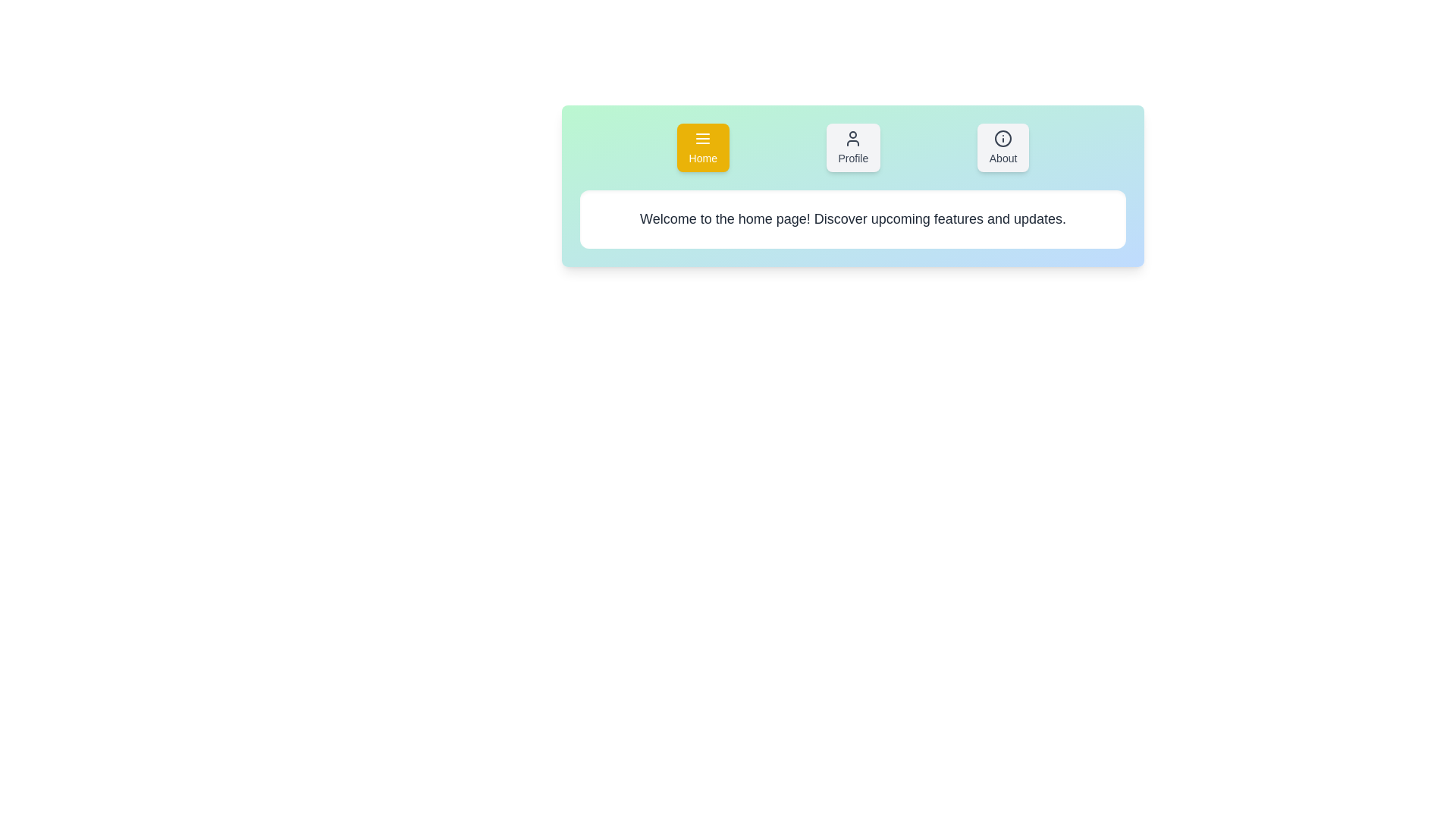 Image resolution: width=1456 pixels, height=819 pixels. Describe the element at coordinates (853, 148) in the screenshot. I see `the Profile tab to activate it` at that location.